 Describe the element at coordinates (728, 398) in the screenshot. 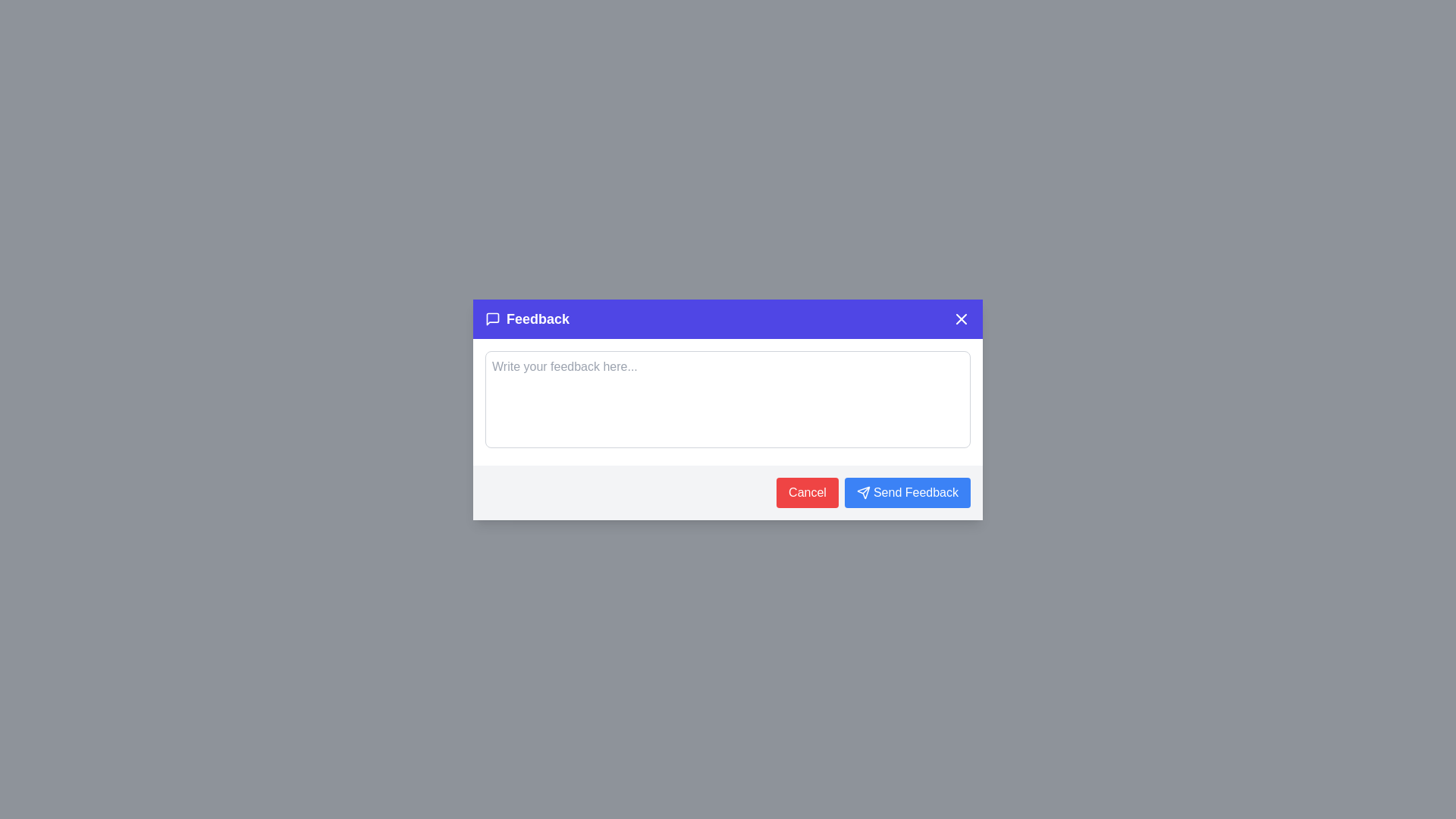

I see `the feedback field and type the text 'This is a feedback message'` at that location.